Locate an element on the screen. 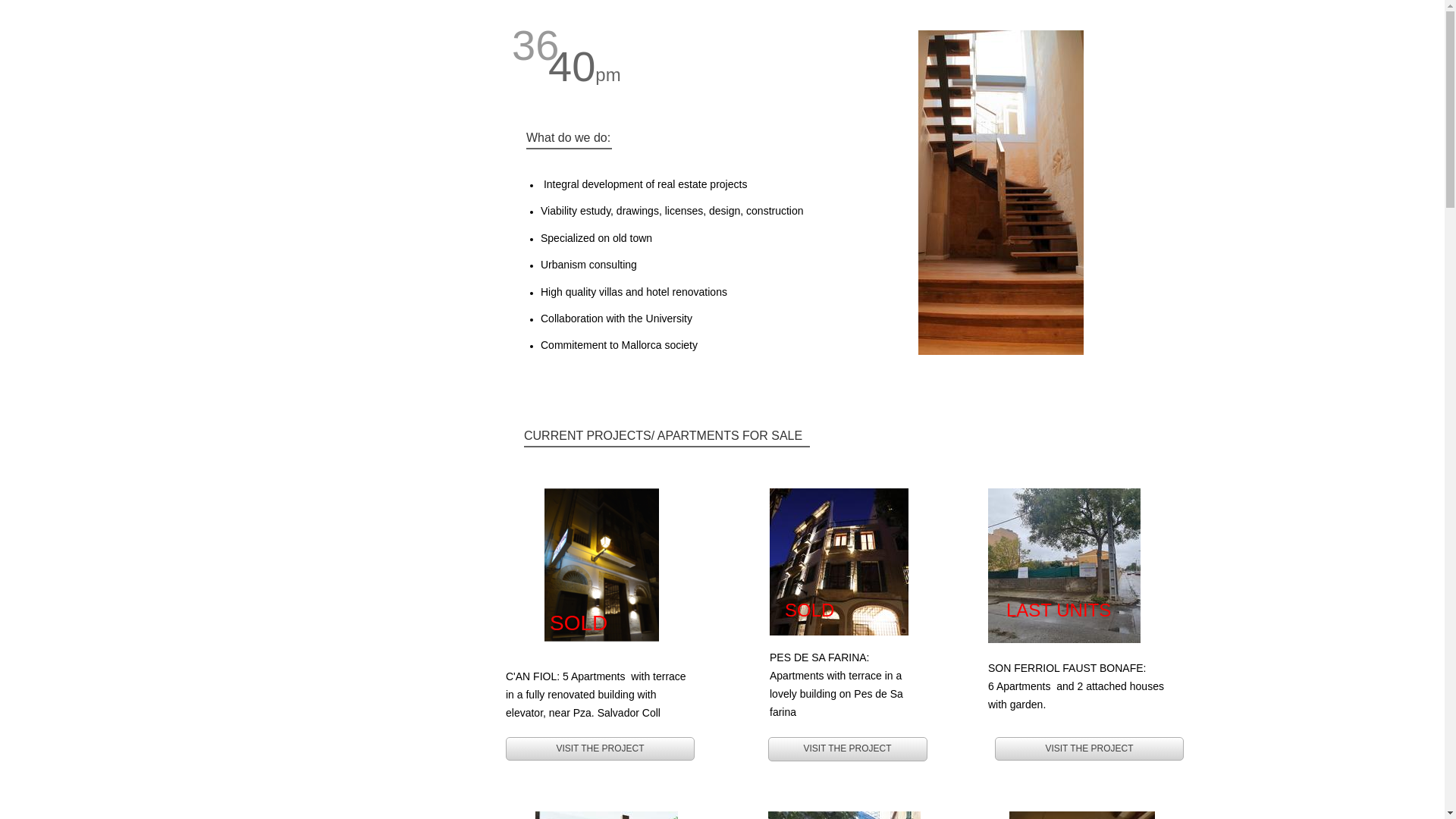 The width and height of the screenshot is (1456, 819). 'VISIT THE PROJECT' is located at coordinates (1088, 748).